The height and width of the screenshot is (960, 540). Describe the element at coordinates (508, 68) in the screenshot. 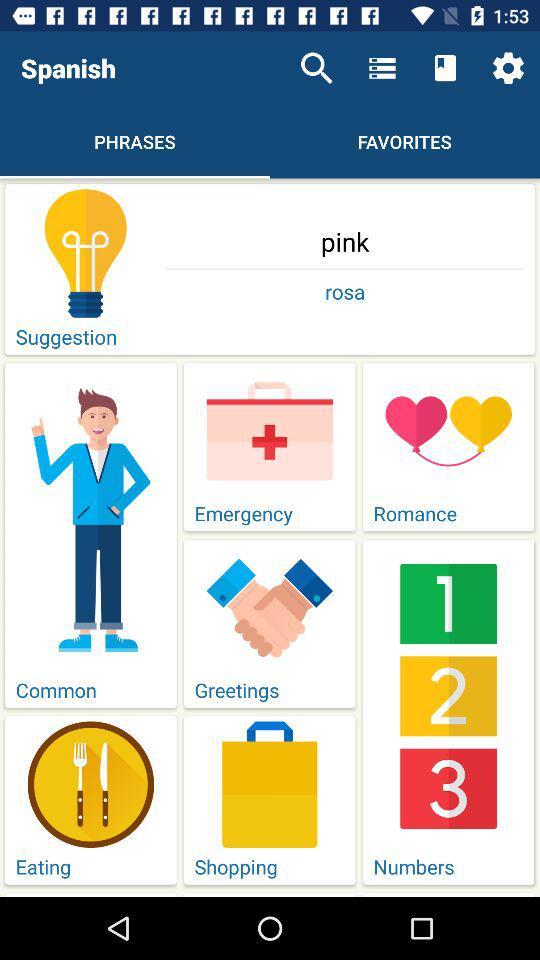

I see `the icon above pink item` at that location.